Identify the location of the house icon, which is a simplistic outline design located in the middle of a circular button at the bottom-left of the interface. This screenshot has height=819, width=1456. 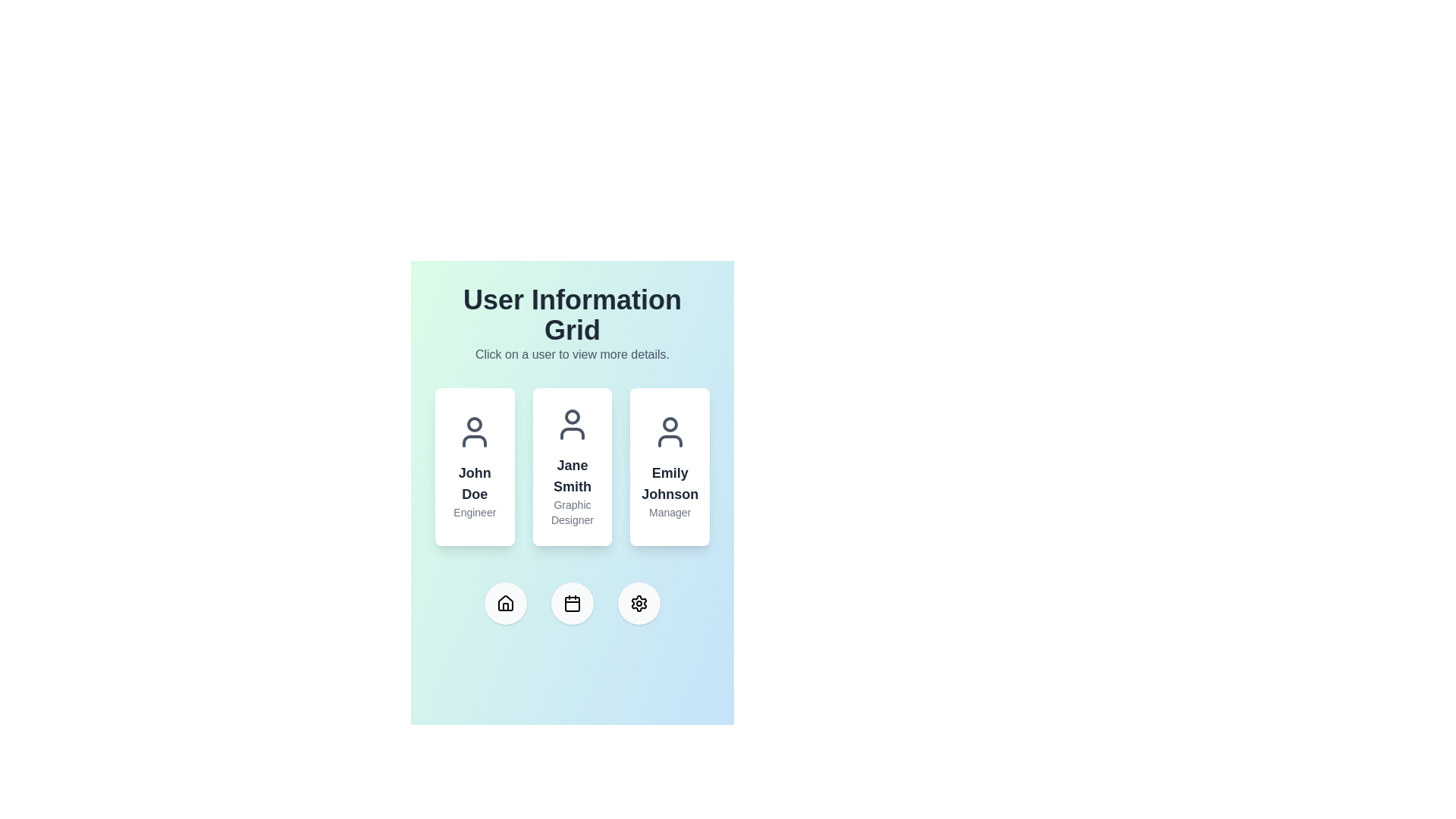
(506, 601).